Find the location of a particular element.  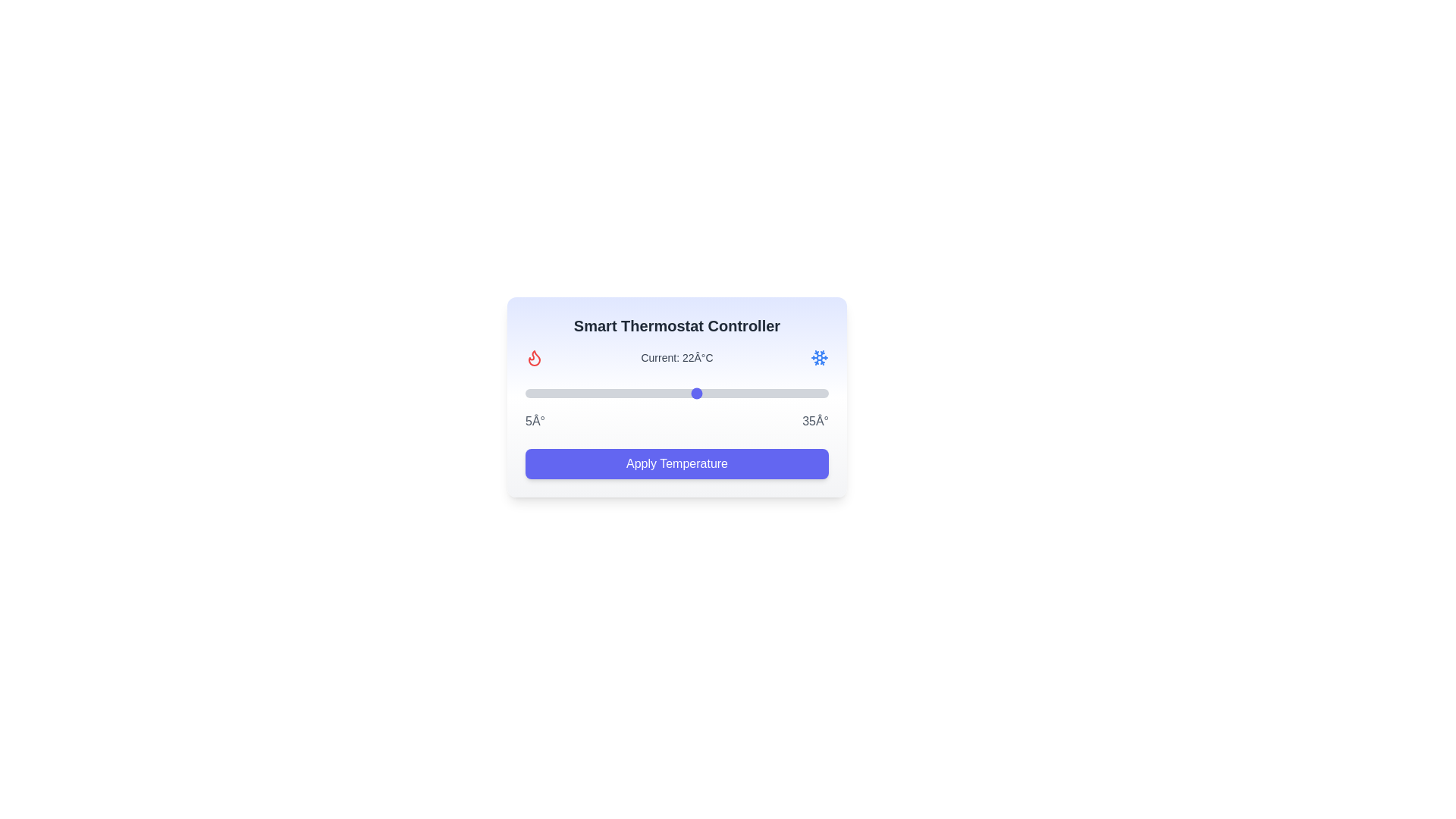

the snowflake icon to interact with it is located at coordinates (818, 357).